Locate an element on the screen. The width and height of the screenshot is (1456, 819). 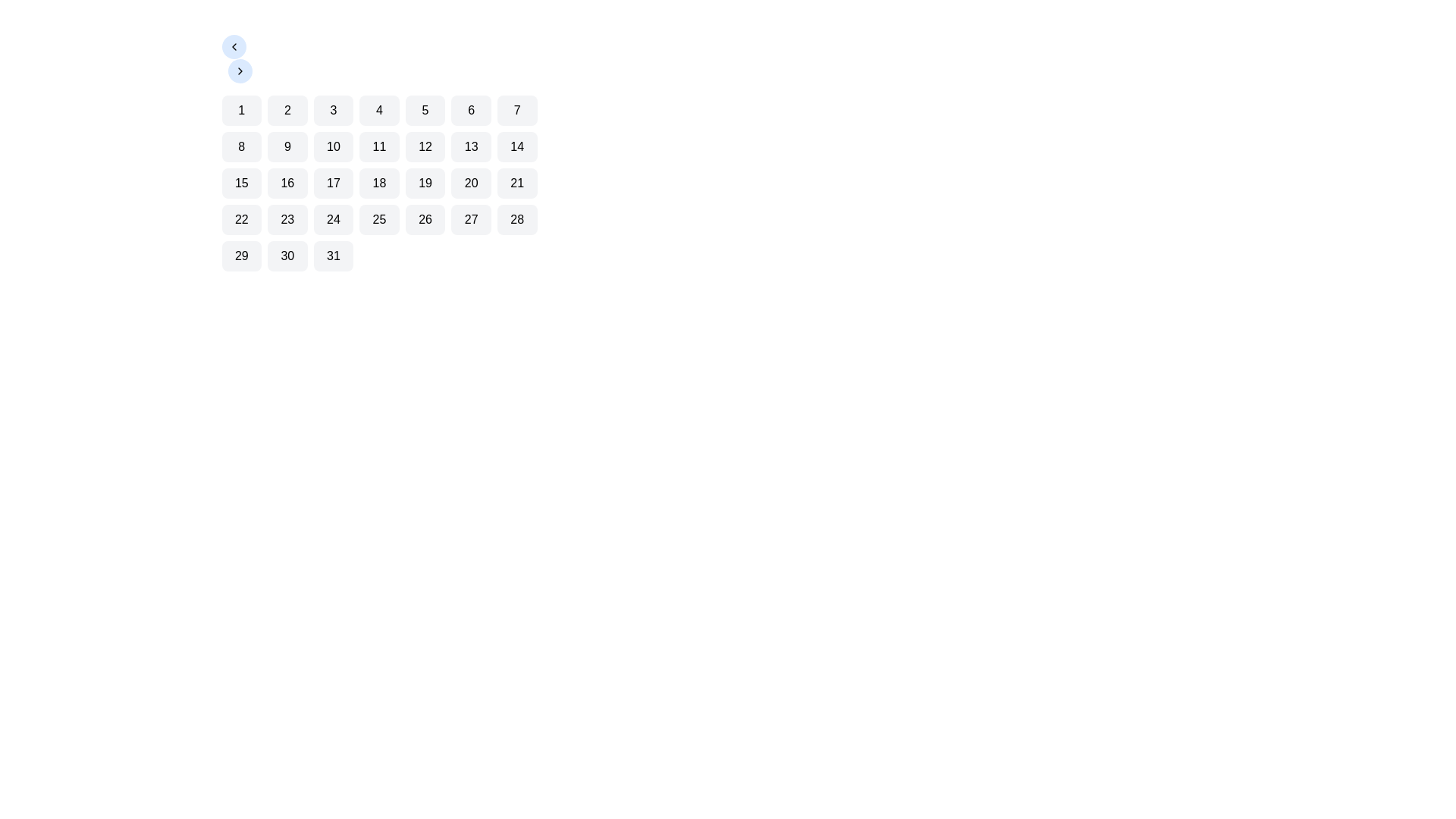
the rectangular button displaying the number '5', which is located in the first row and the fifth column of a grid layout is located at coordinates (425, 110).